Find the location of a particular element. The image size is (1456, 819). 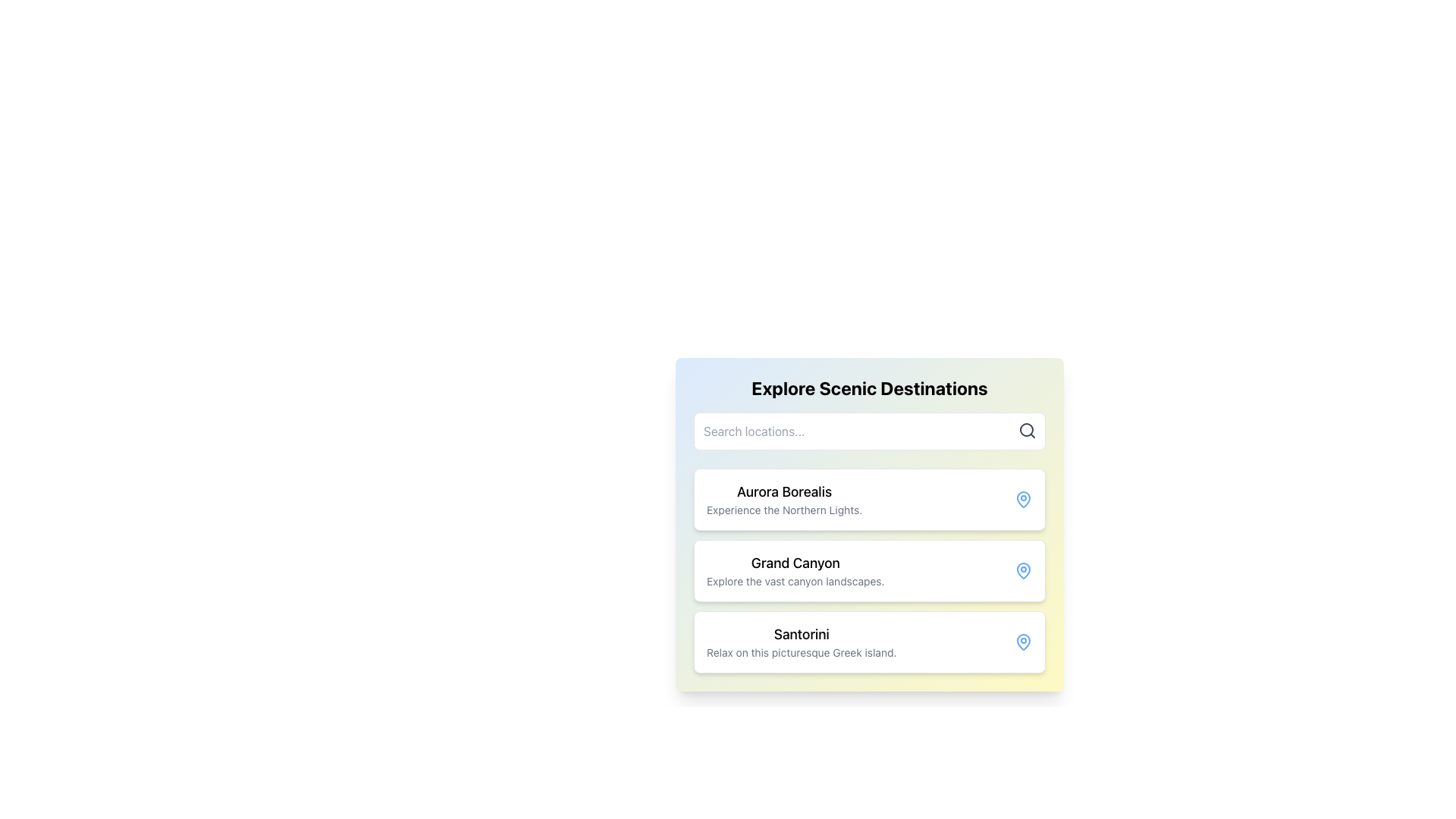

bold medium-sized text displaying 'Santorini' located within the third list item of scenic destinations is located at coordinates (801, 635).